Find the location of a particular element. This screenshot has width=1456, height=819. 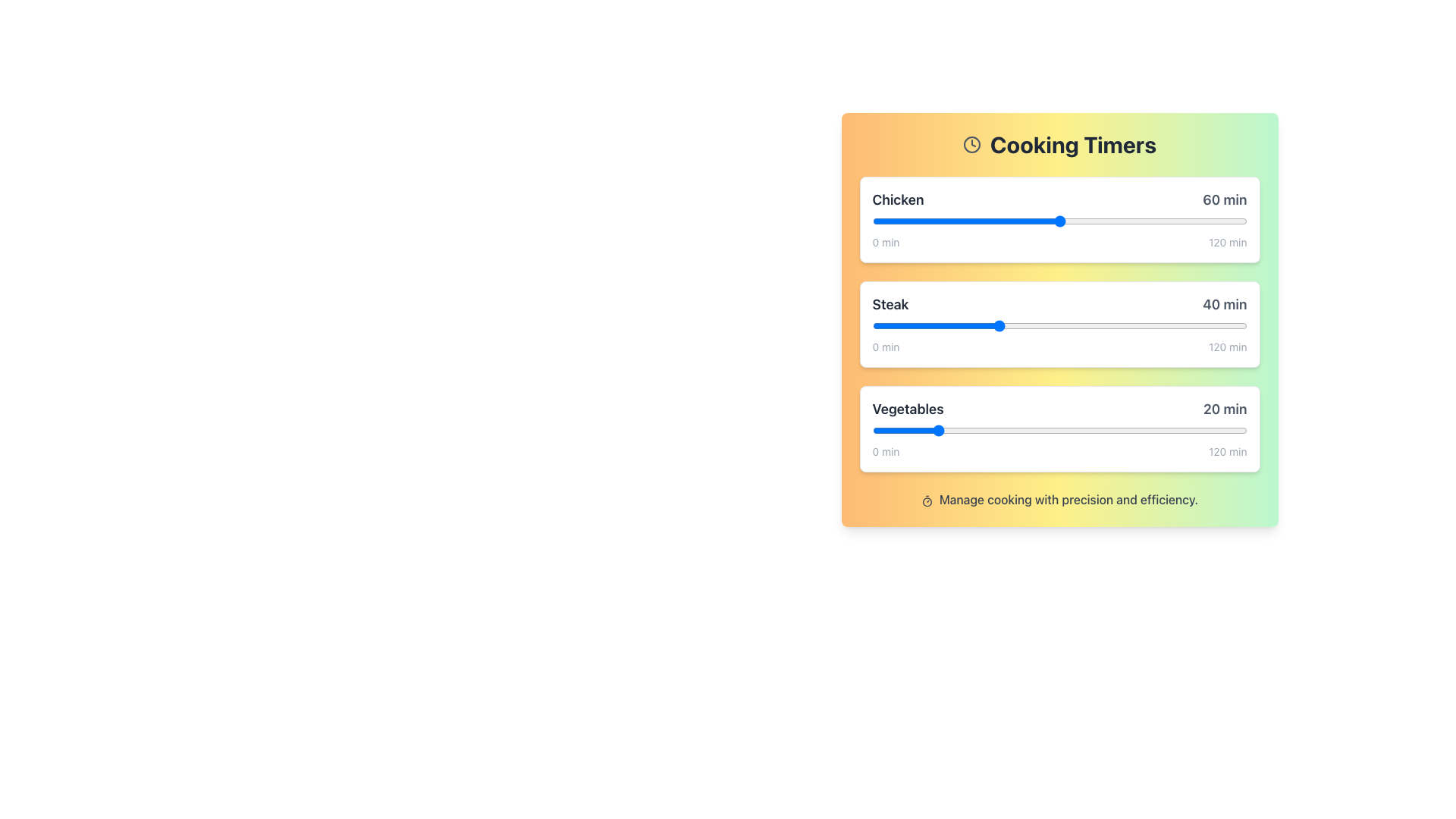

cooking time for steak is located at coordinates (1046, 325).